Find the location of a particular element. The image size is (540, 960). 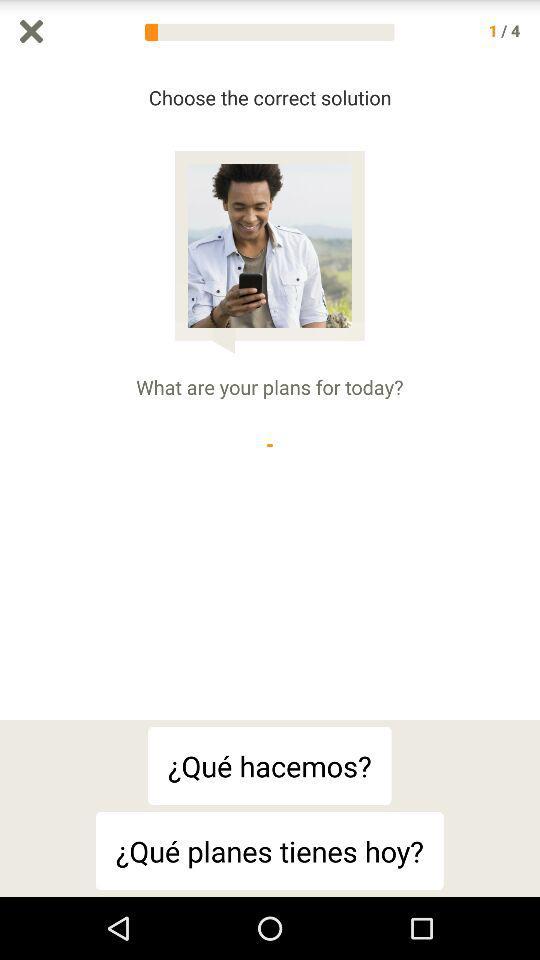

the close icon is located at coordinates (30, 32).